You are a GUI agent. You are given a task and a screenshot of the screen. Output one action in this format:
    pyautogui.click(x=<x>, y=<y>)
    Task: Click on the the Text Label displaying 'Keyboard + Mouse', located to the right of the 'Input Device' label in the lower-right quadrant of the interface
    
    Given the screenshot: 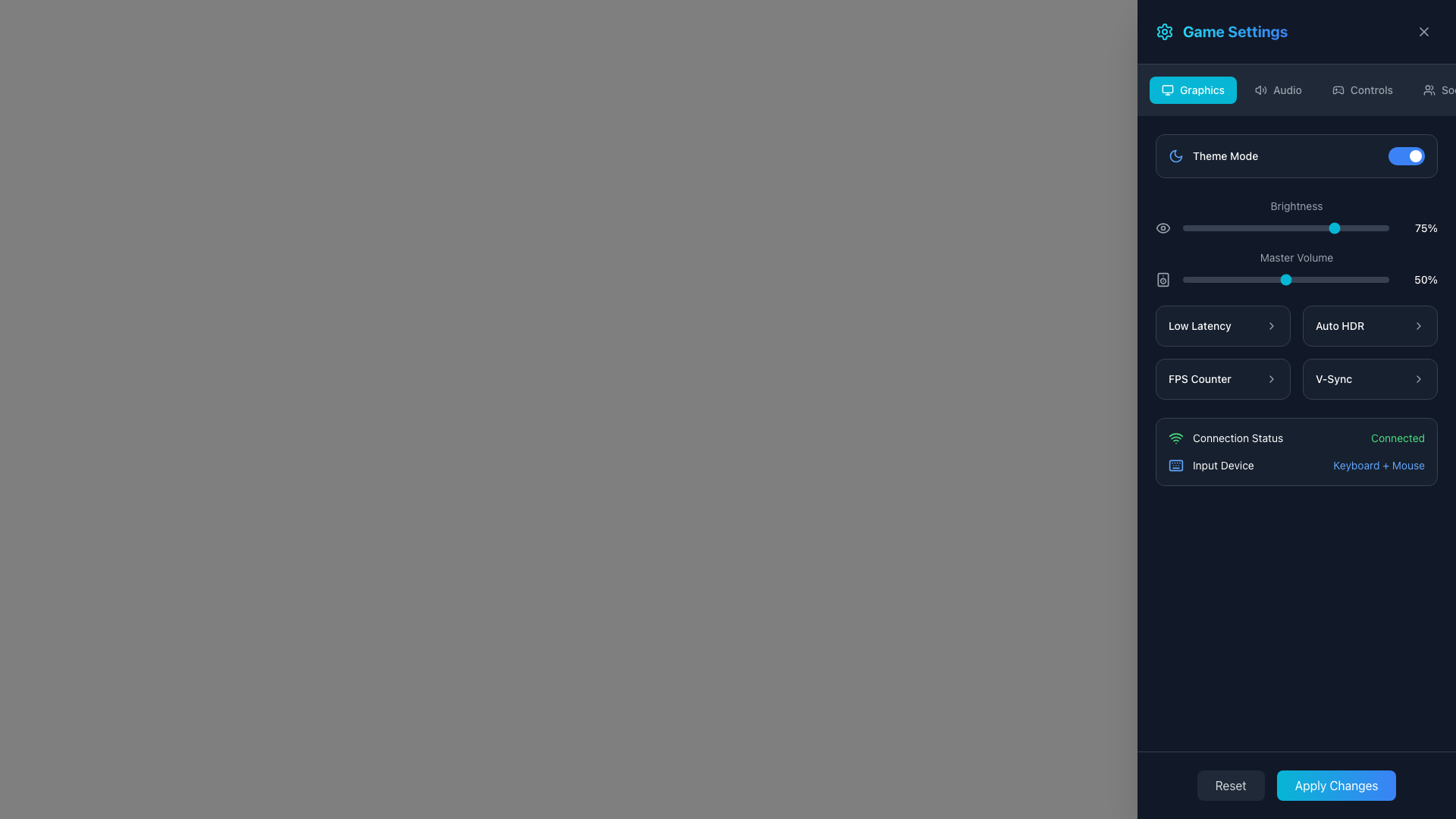 What is the action you would take?
    pyautogui.click(x=1379, y=464)
    